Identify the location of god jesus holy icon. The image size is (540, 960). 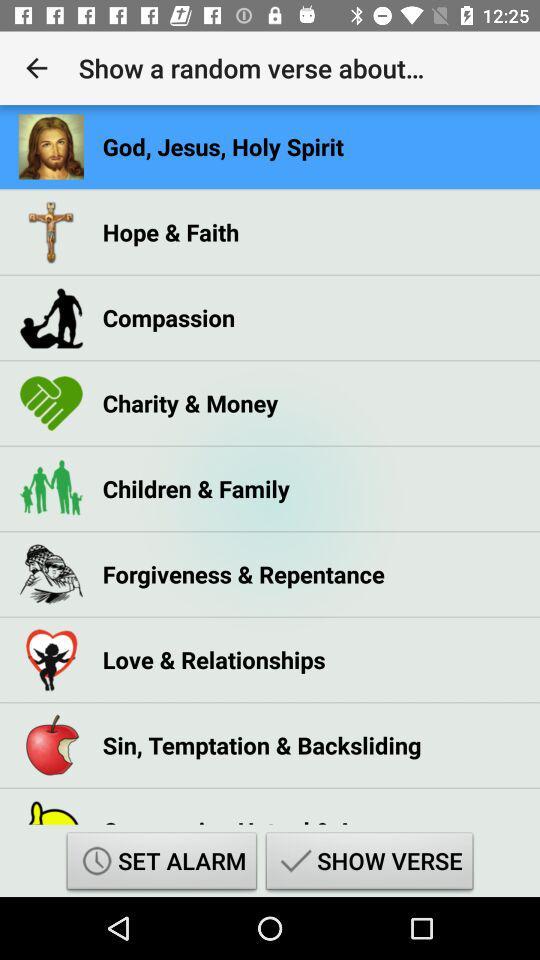
(222, 145).